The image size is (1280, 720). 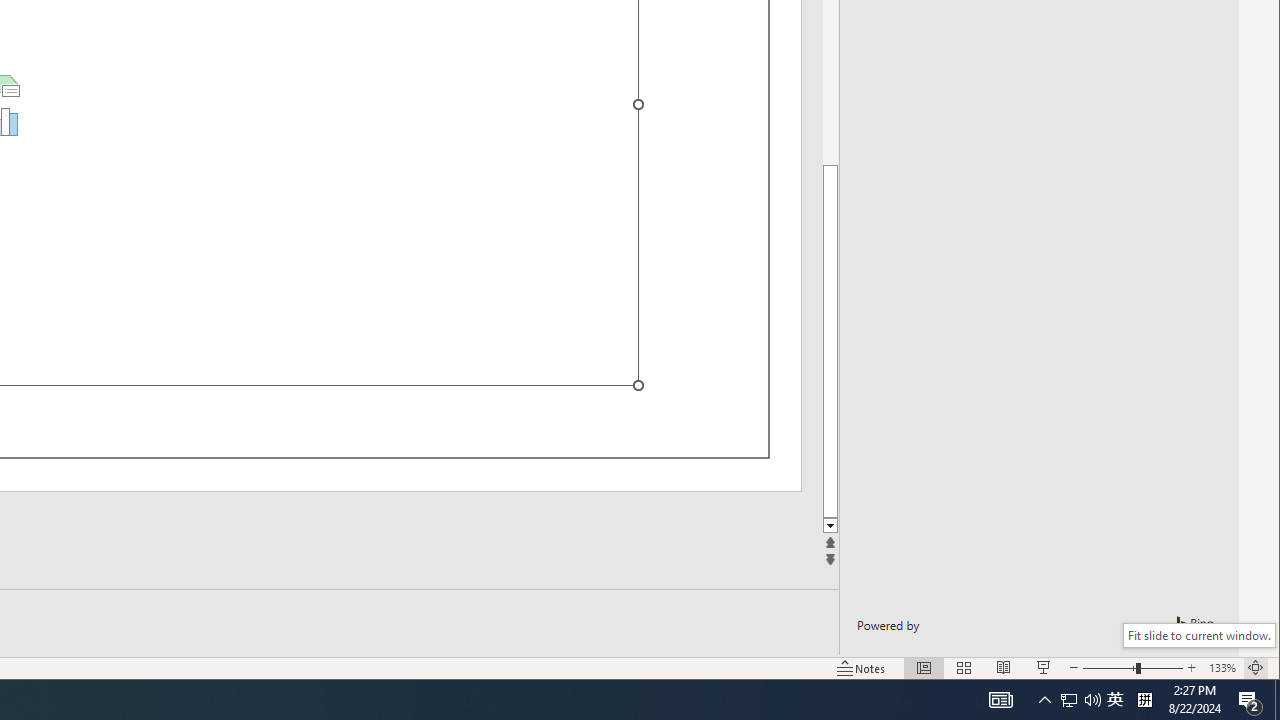 I want to click on 'Zoom 133%', so click(x=1221, y=668).